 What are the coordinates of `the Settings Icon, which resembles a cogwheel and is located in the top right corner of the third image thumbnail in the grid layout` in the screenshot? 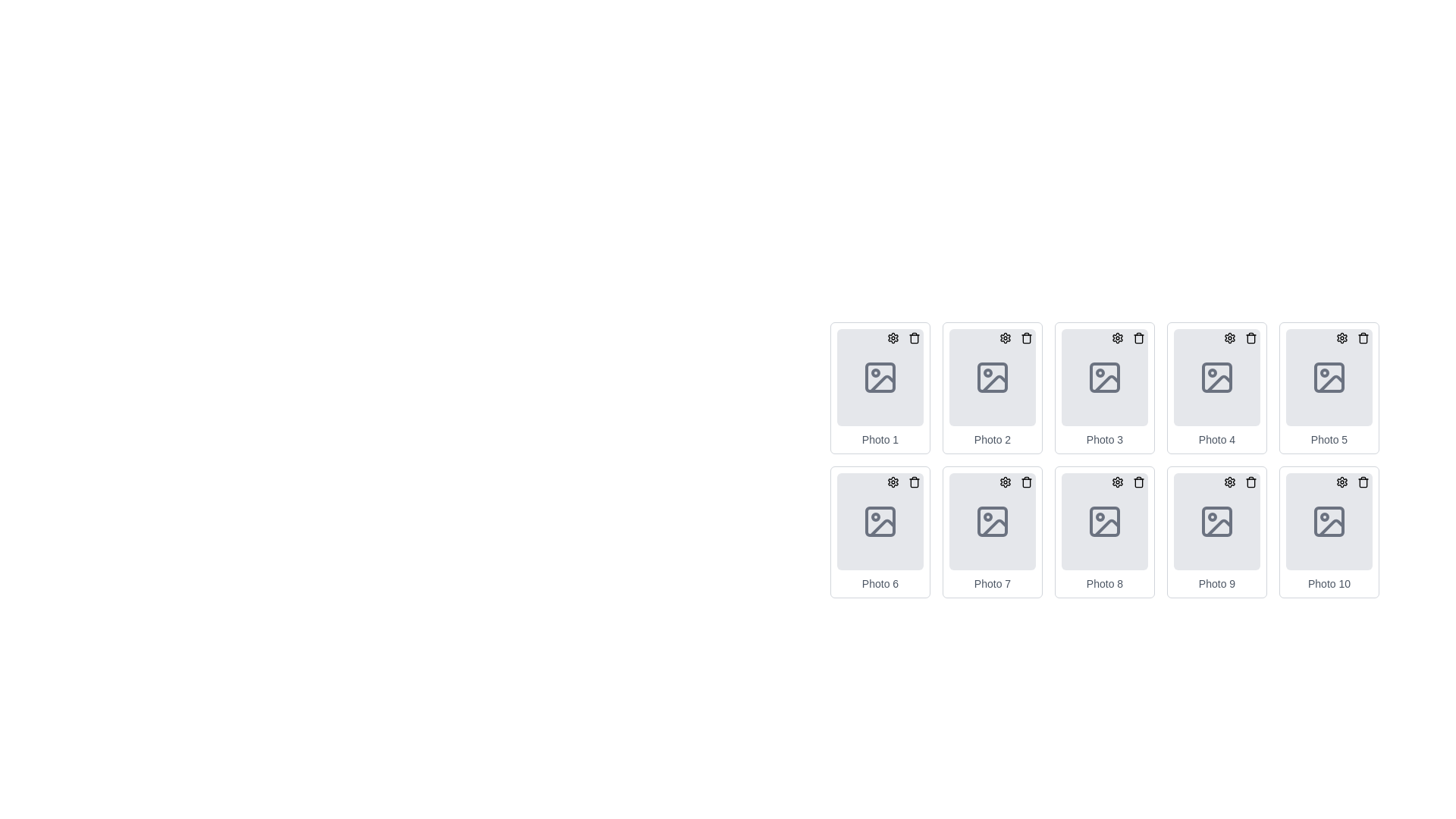 It's located at (1117, 337).